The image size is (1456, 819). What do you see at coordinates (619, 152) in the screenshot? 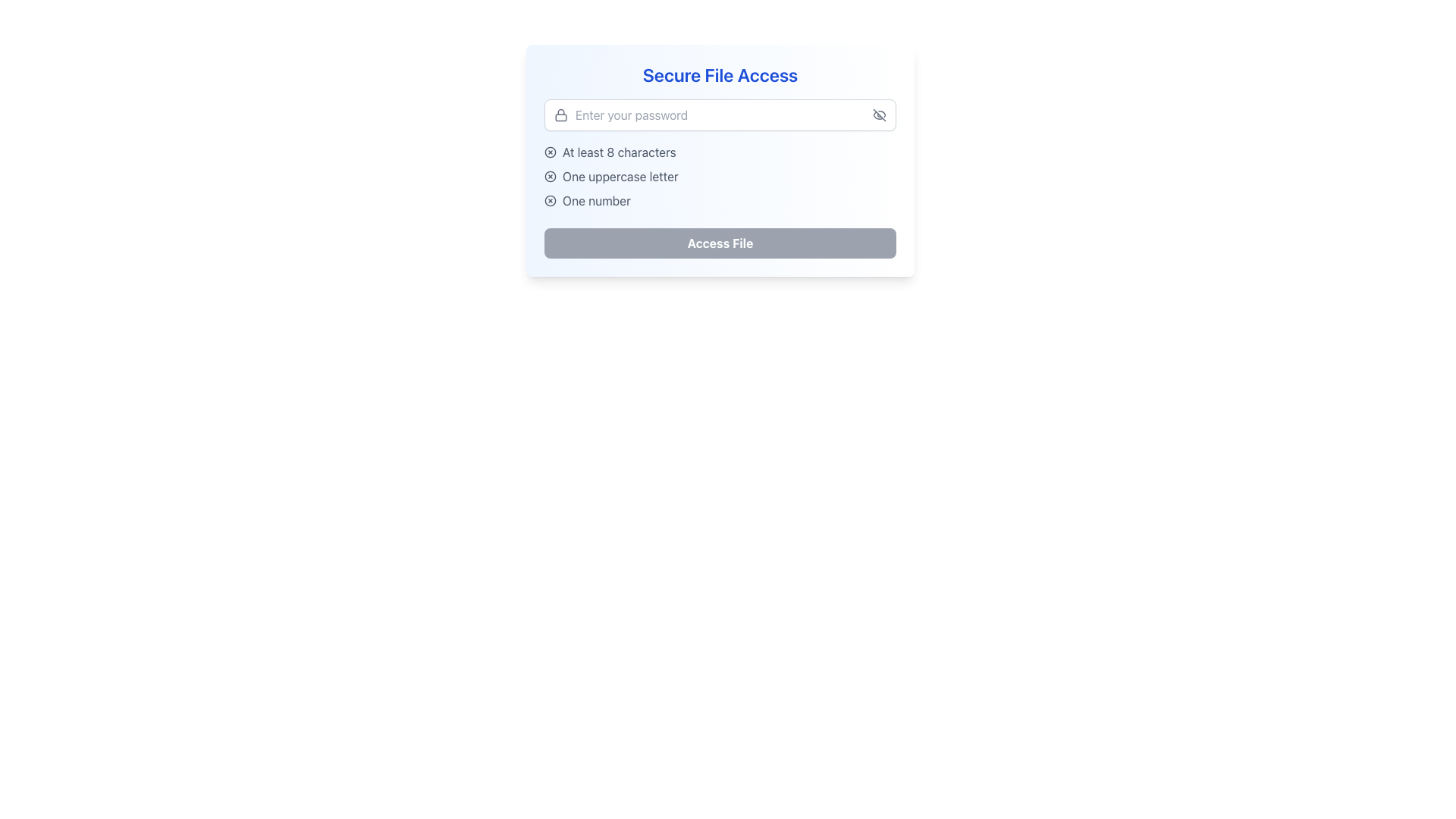
I see `the text displaying 'At least 8 characters.' which is located in the password requirements section next to a status icon` at bounding box center [619, 152].